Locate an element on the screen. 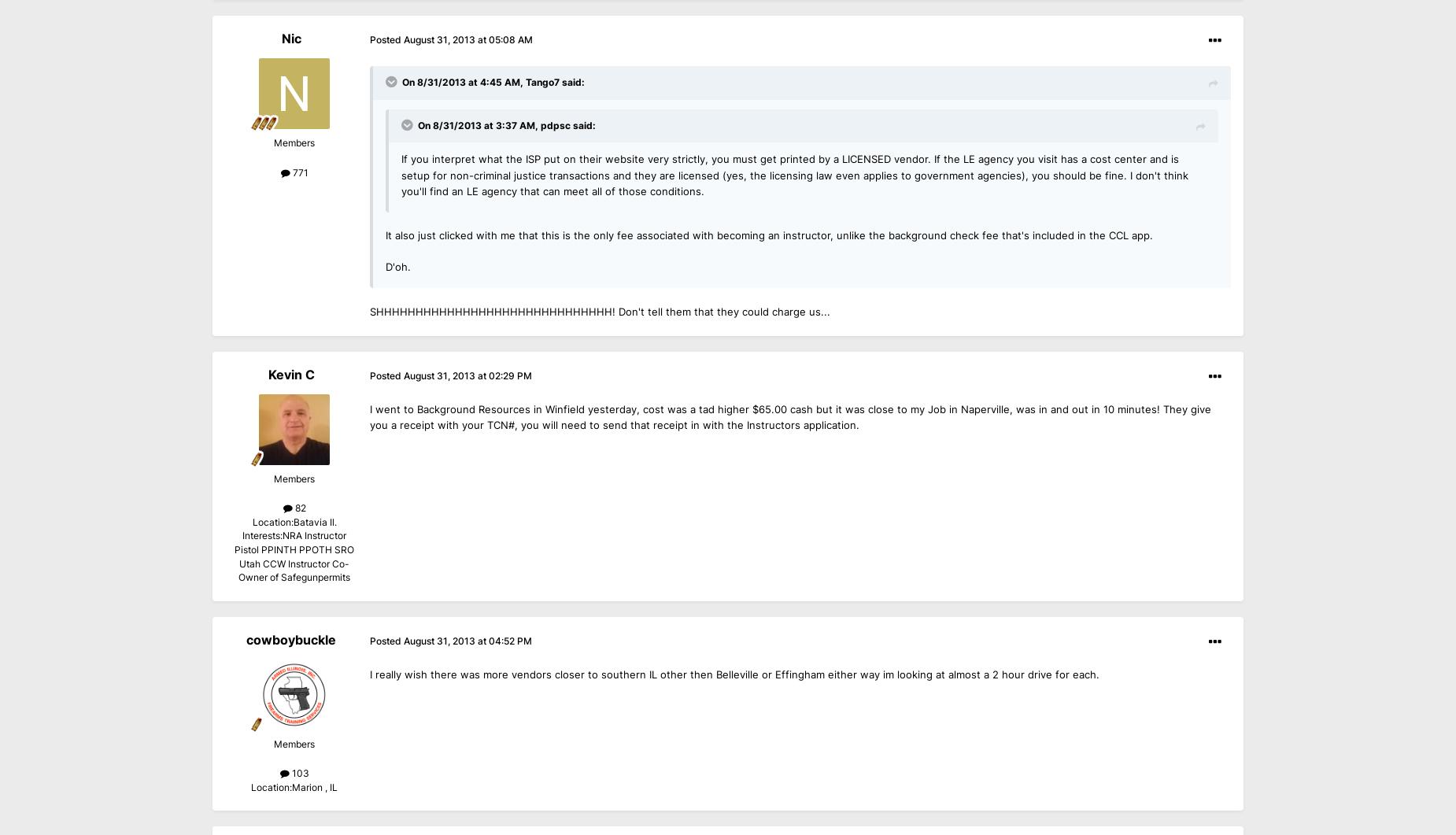  'August 31, 2013 at 05:08  AM' is located at coordinates (467, 40).